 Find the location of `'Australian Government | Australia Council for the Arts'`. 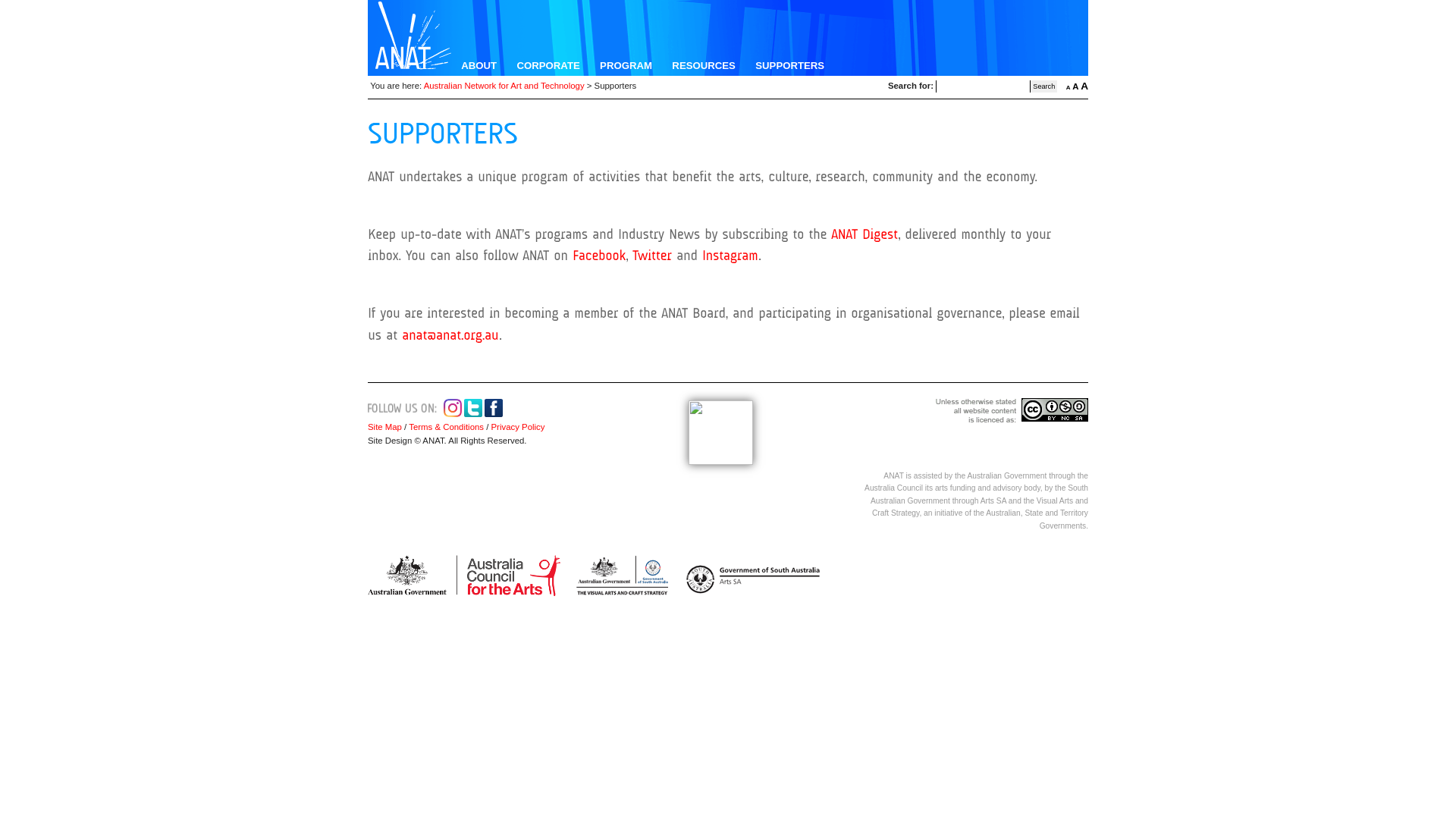

'Australian Government | Australia Council for the Arts' is located at coordinates (463, 576).